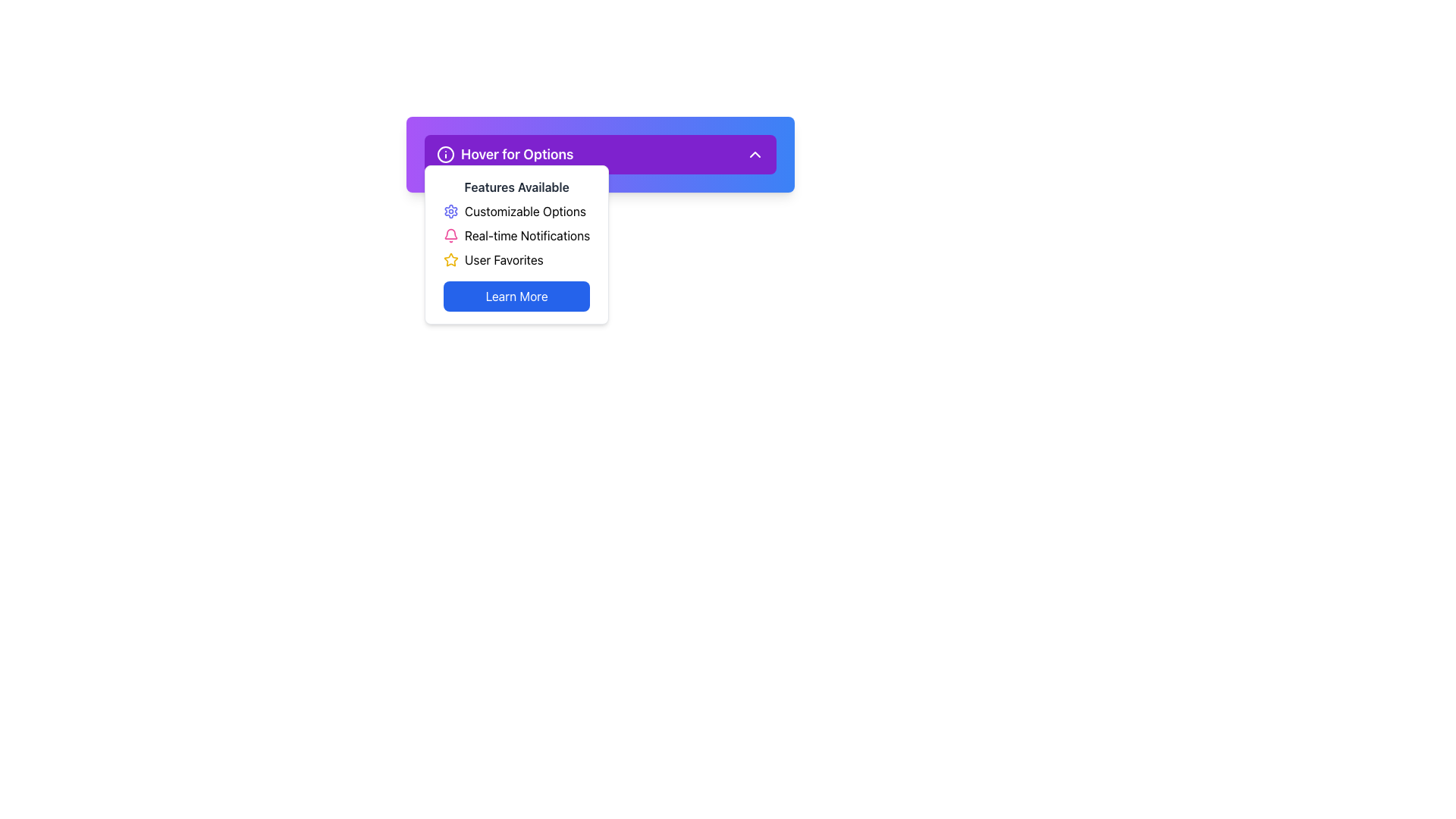 Image resolution: width=1456 pixels, height=819 pixels. Describe the element at coordinates (450, 259) in the screenshot. I see `the star icon located in the center-right area of the dropdown menu interface, which symbolizes a rating or favorite feature` at that location.